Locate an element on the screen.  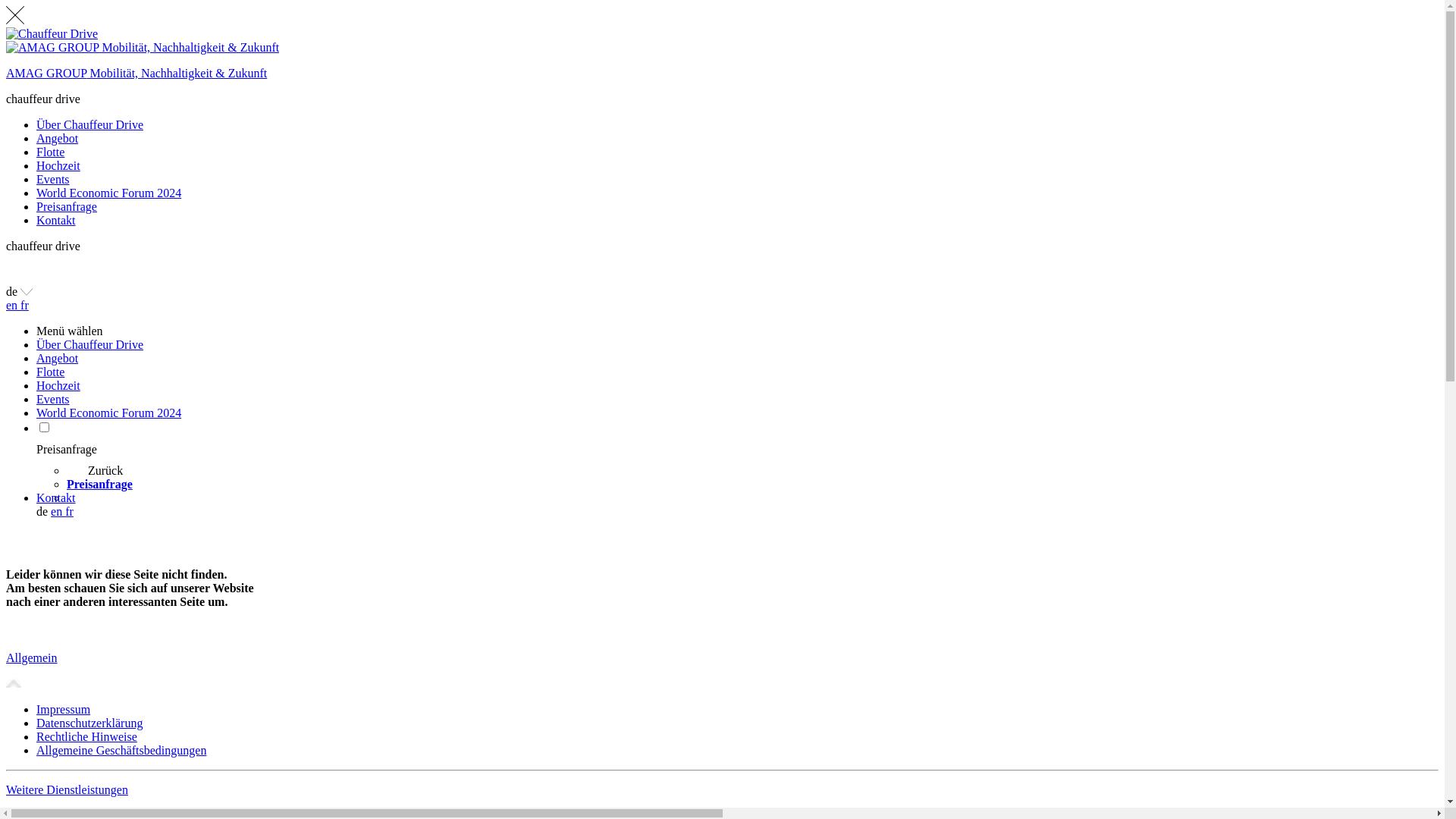
'Preisanfrage' is located at coordinates (65, 206).